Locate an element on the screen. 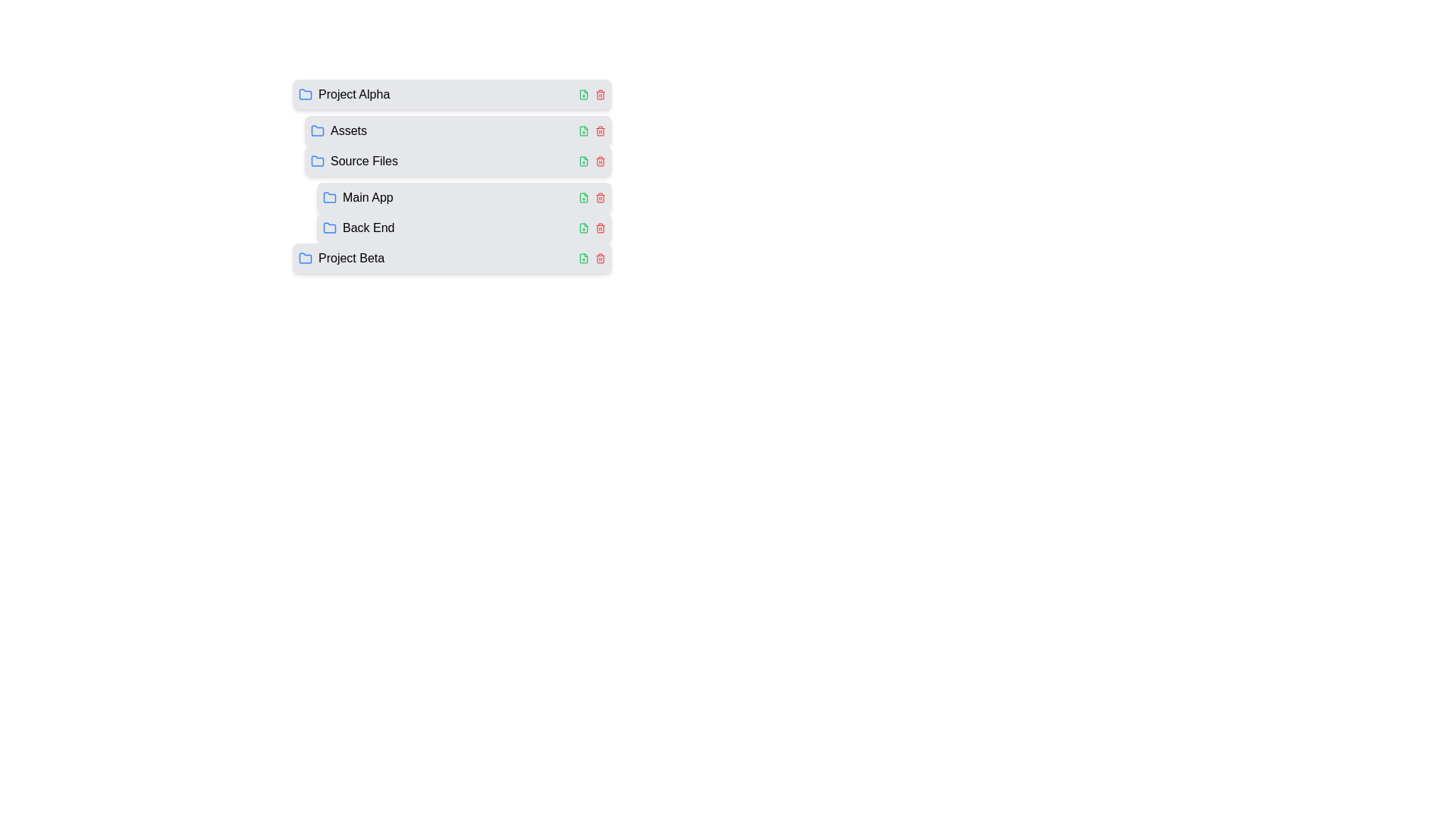 This screenshot has width=1456, height=819. the trash bin icon located at the far-right side of the 'Project Beta' row is located at coordinates (600, 257).